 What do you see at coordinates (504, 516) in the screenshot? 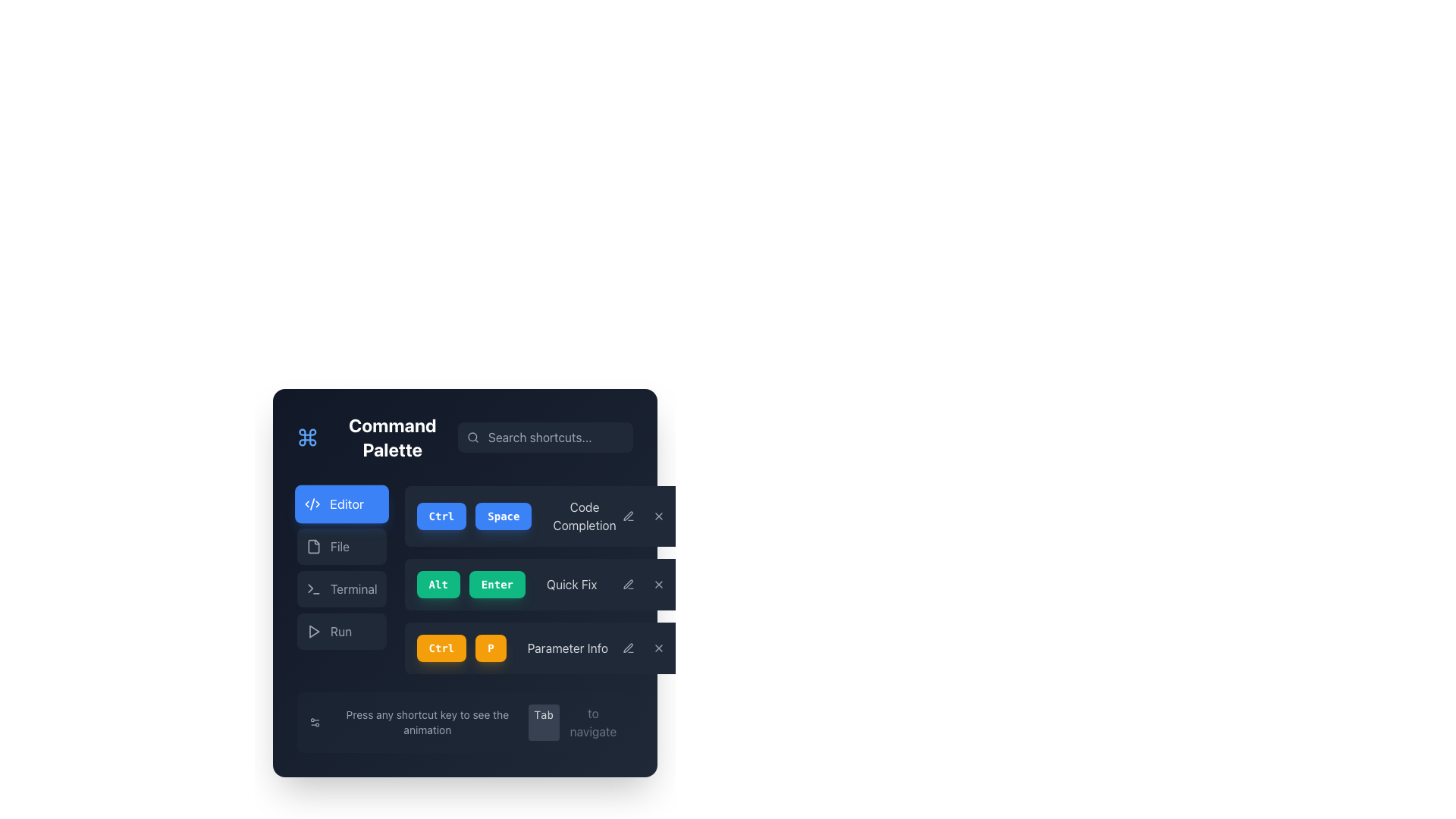
I see `the 'Space' button in the command palette interface, located between the 'Ctrl' button on the left and the 'Code Completion' button on the right` at bounding box center [504, 516].